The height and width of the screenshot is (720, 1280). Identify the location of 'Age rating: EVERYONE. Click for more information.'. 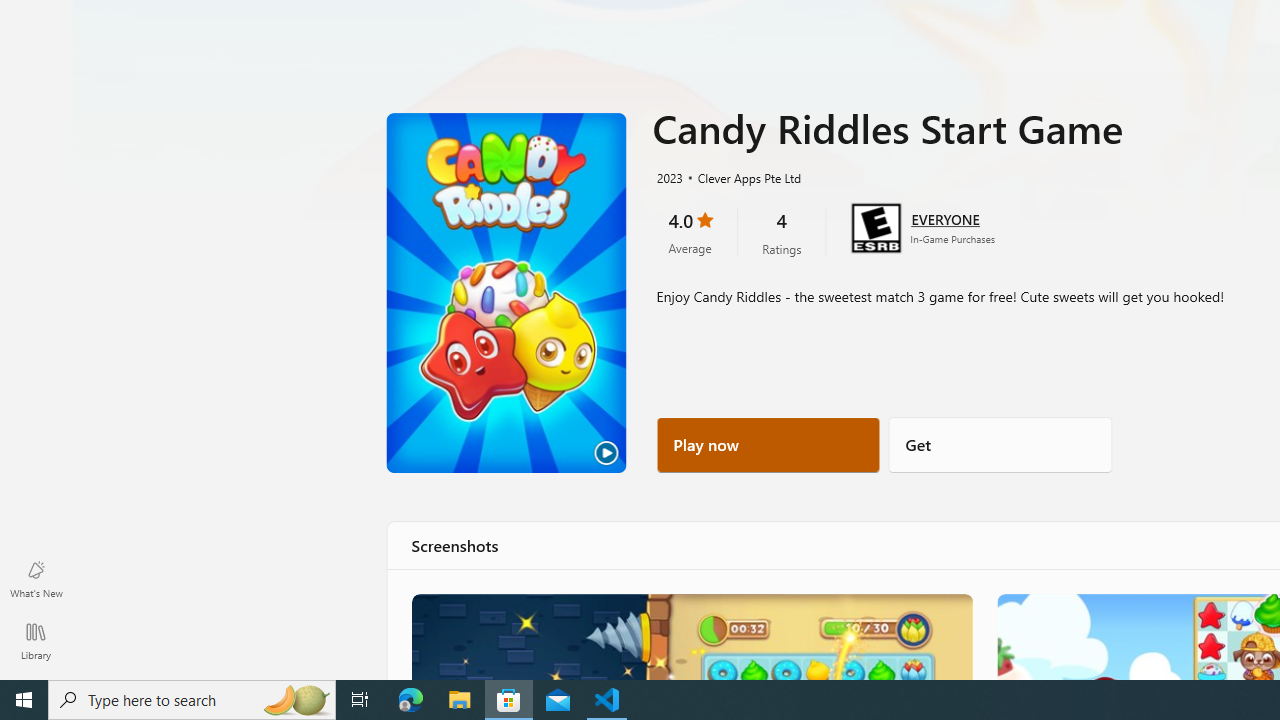
(944, 218).